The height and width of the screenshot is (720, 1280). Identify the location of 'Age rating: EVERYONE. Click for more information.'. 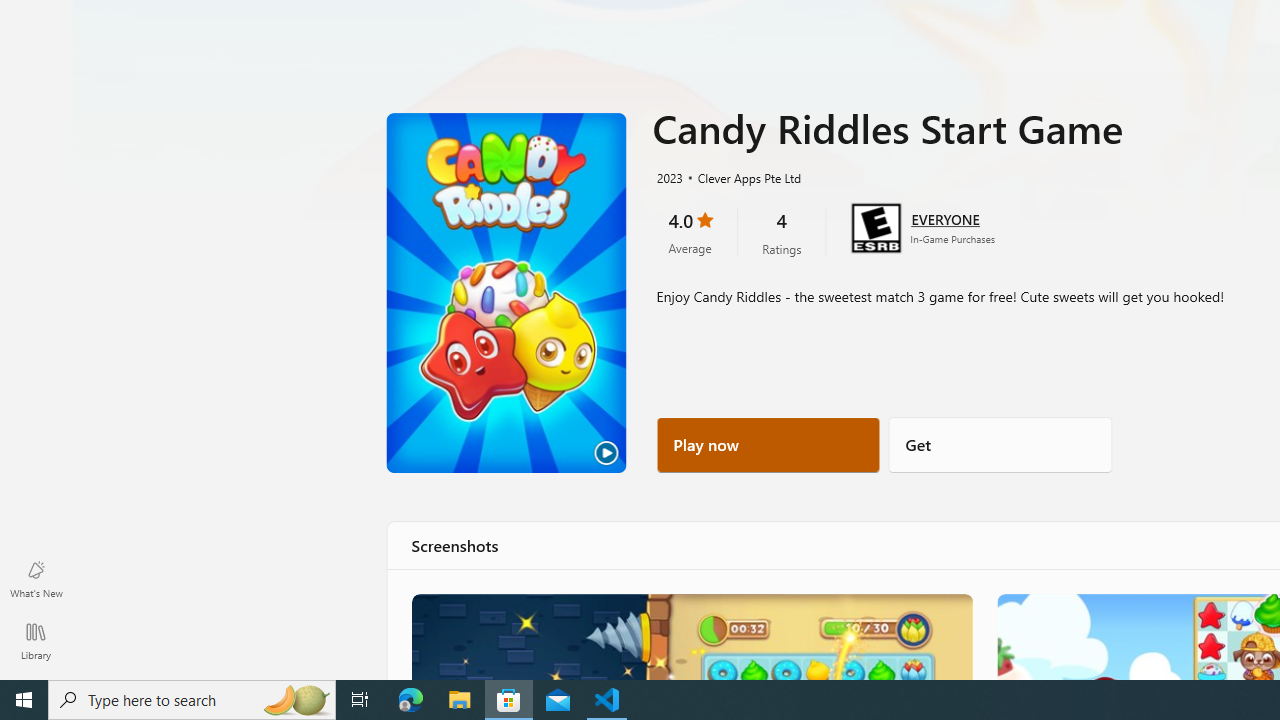
(944, 218).